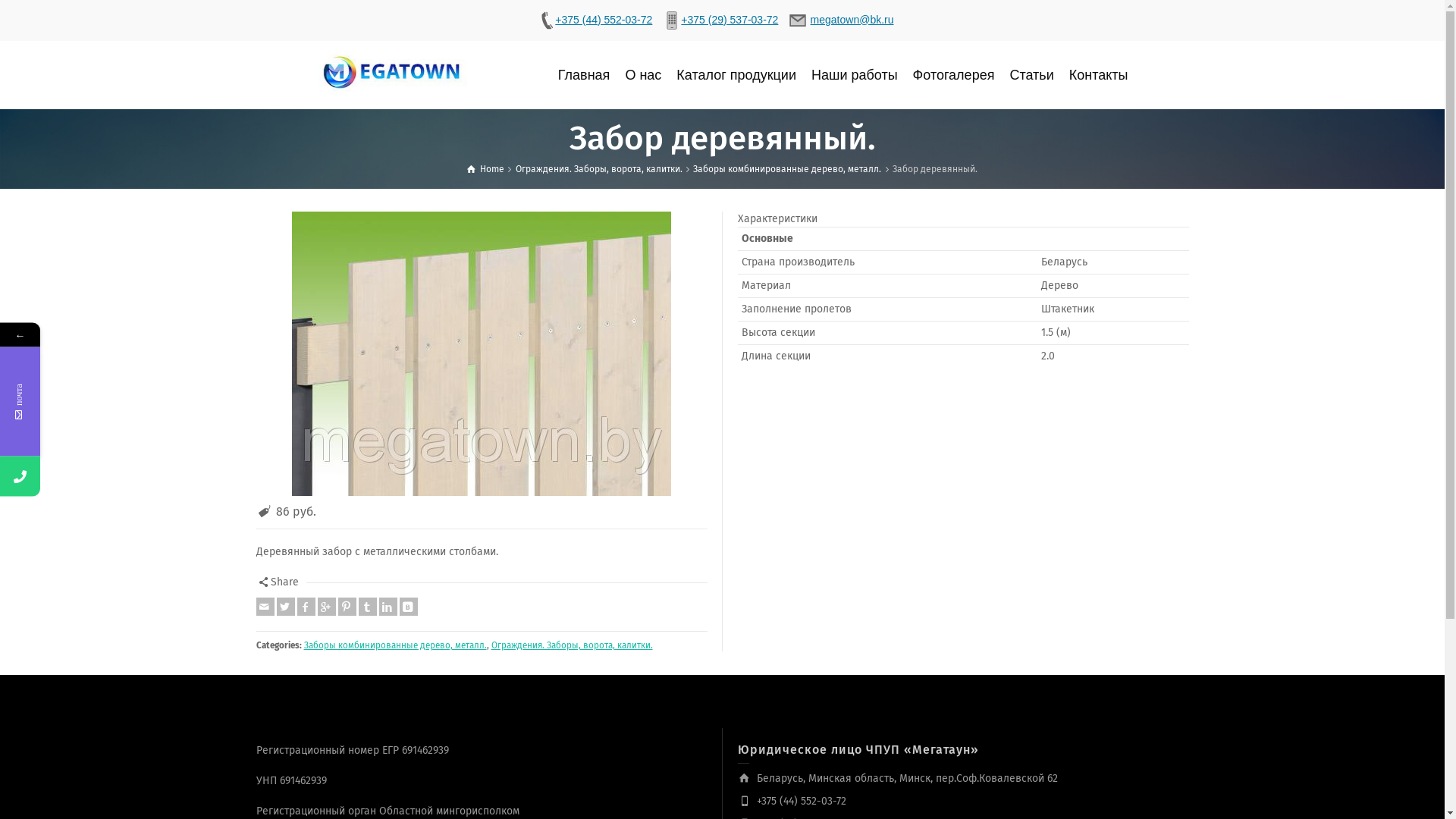 The width and height of the screenshot is (1456, 819). What do you see at coordinates (367, 605) in the screenshot?
I see `'Tumblr'` at bounding box center [367, 605].